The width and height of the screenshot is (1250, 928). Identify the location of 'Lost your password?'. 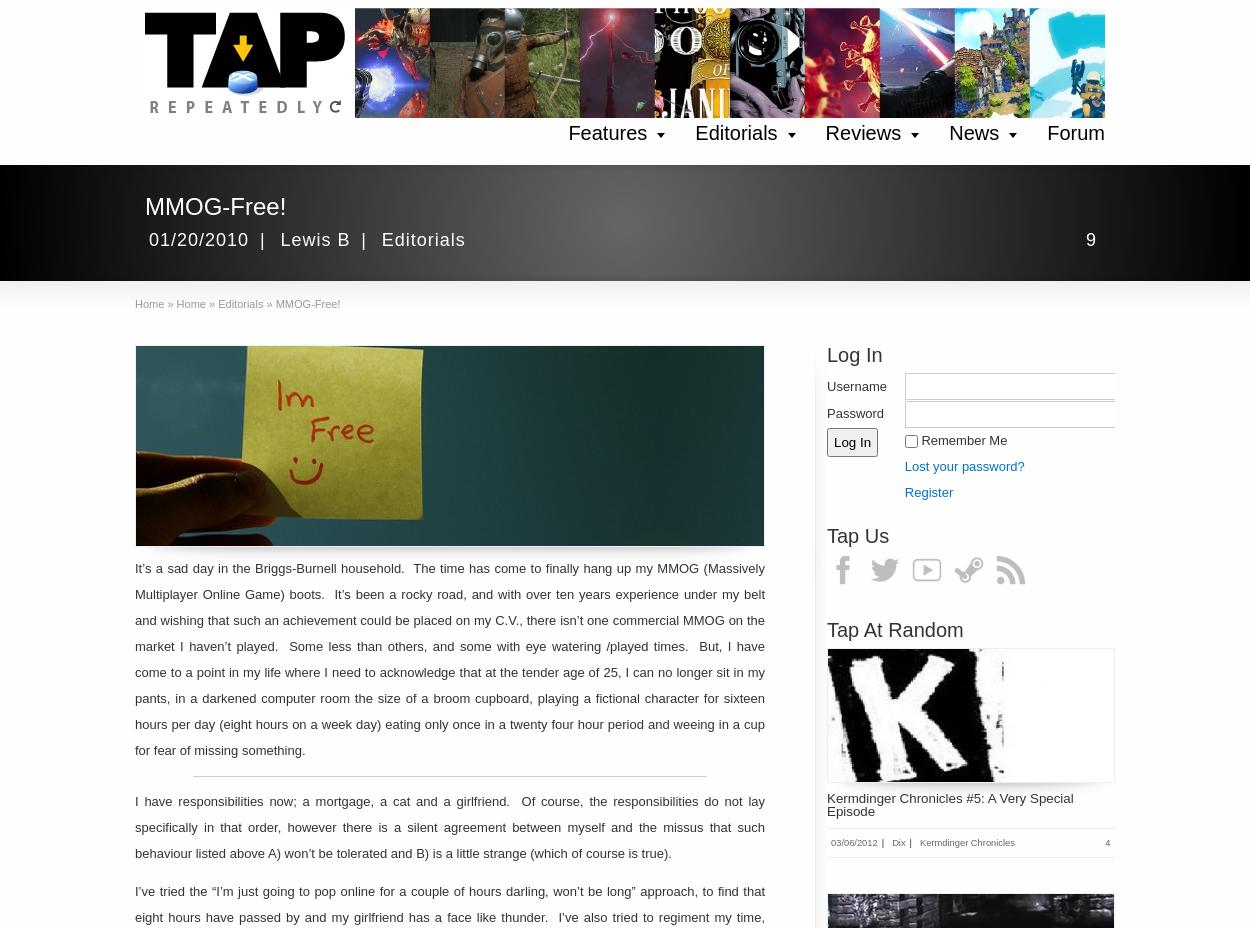
(963, 464).